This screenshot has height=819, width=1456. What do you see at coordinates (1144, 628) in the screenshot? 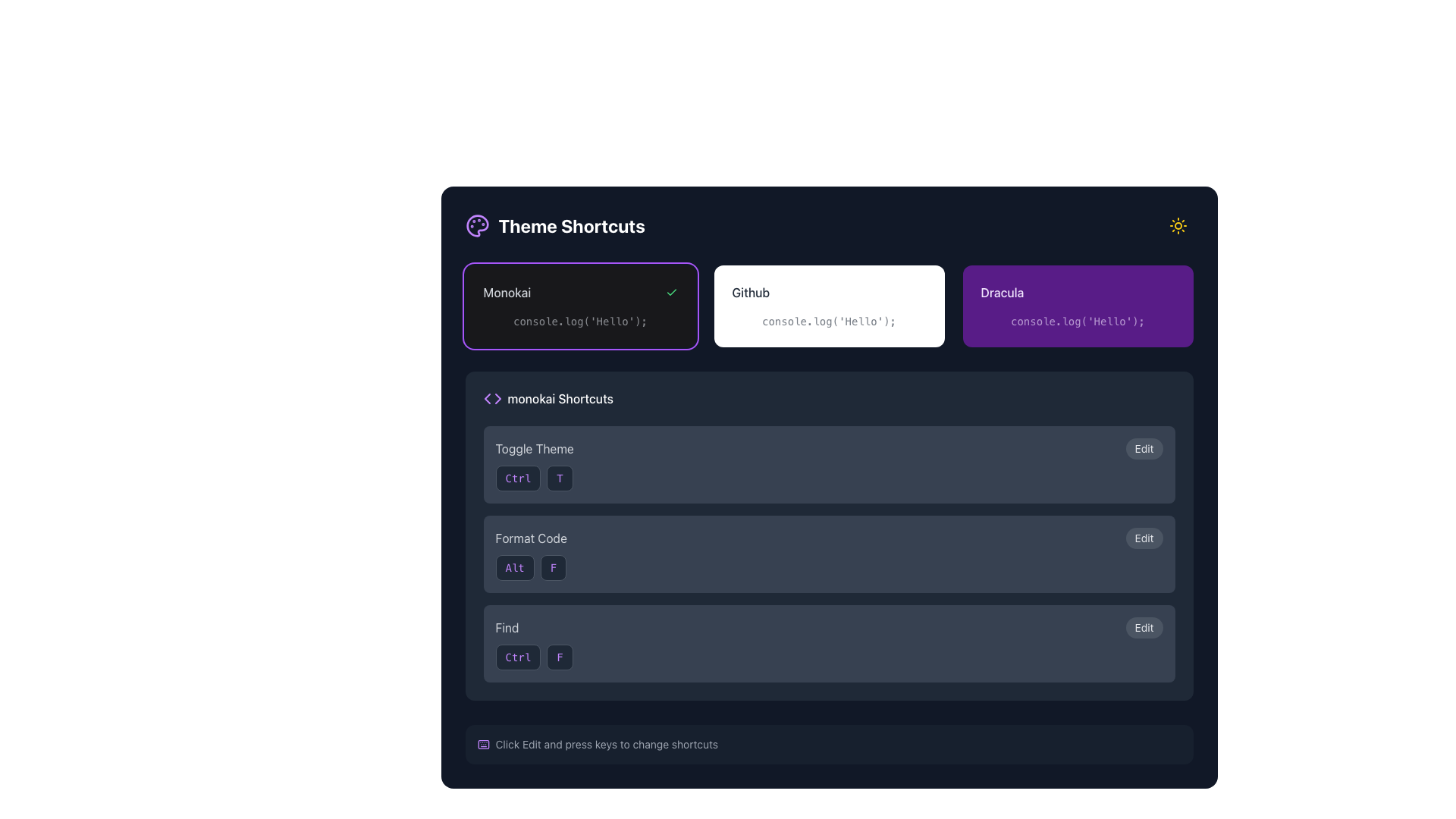
I see `the 'Edit' button with a rounded shape and dark gray background located at the far right of the bottommost row in the 'Find' shortcut section` at bounding box center [1144, 628].